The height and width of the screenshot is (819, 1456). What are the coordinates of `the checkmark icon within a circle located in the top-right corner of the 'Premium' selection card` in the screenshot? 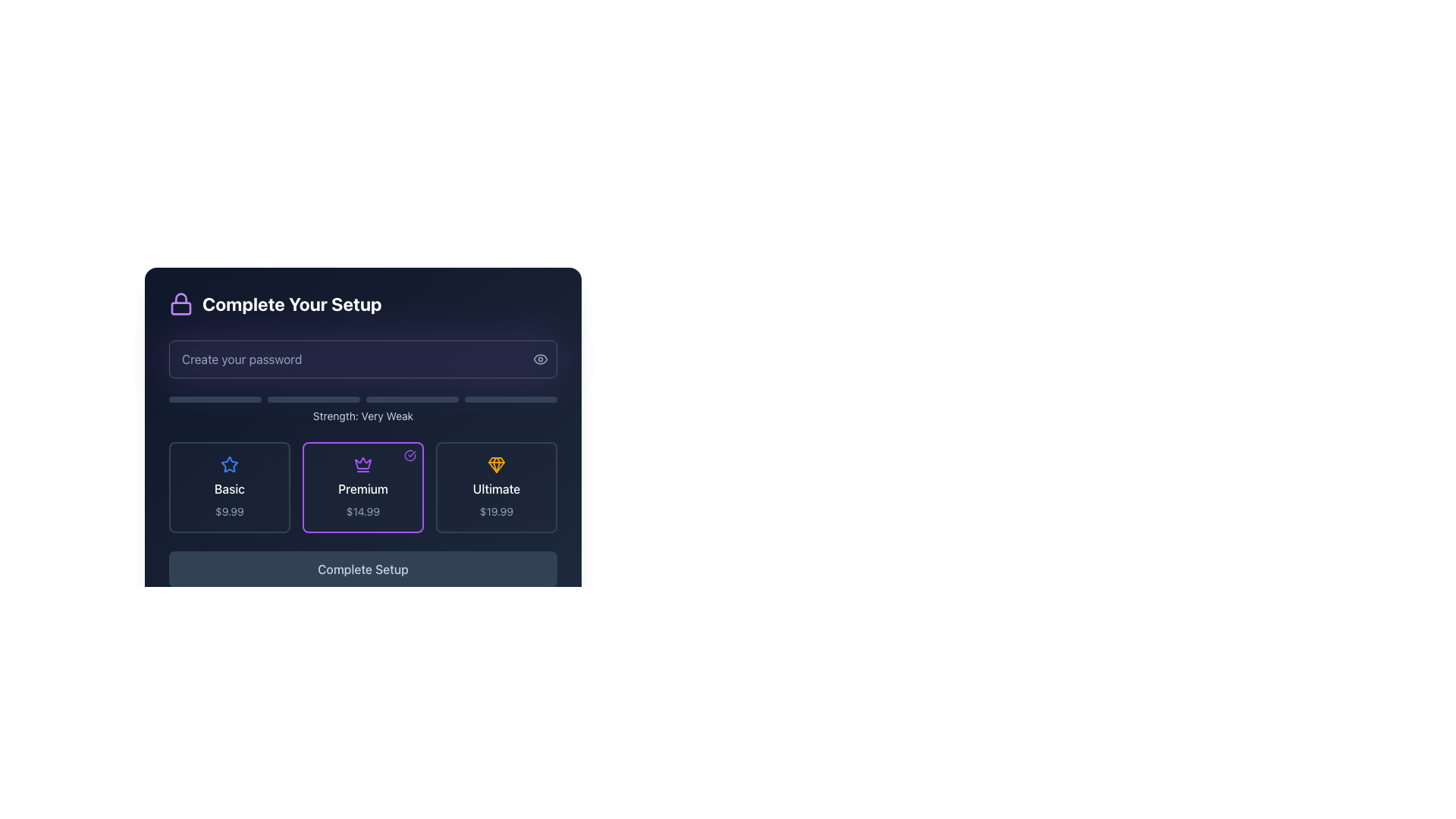 It's located at (410, 455).